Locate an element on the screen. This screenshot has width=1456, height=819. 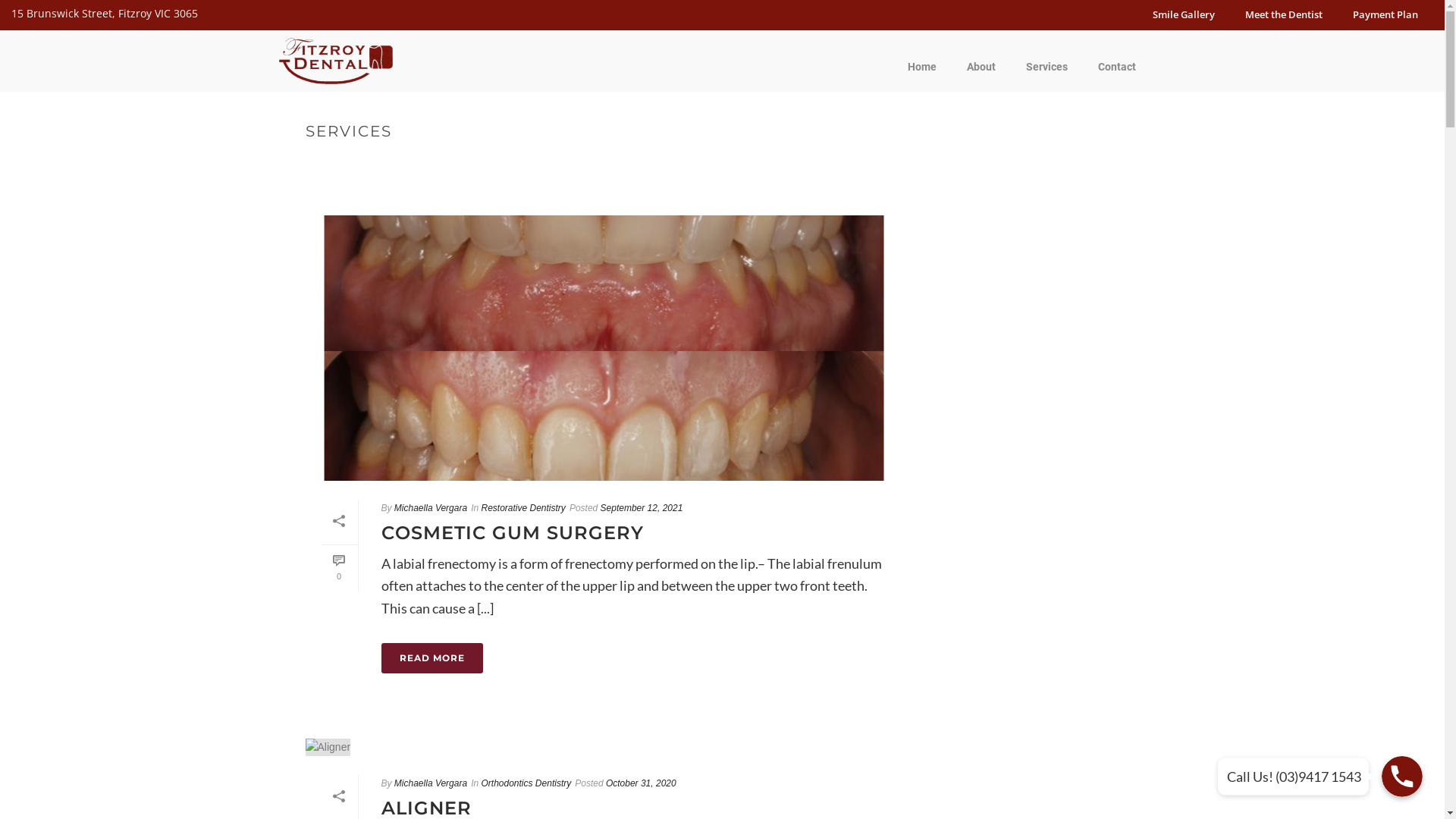
'Payment Plan' is located at coordinates (1385, 14).